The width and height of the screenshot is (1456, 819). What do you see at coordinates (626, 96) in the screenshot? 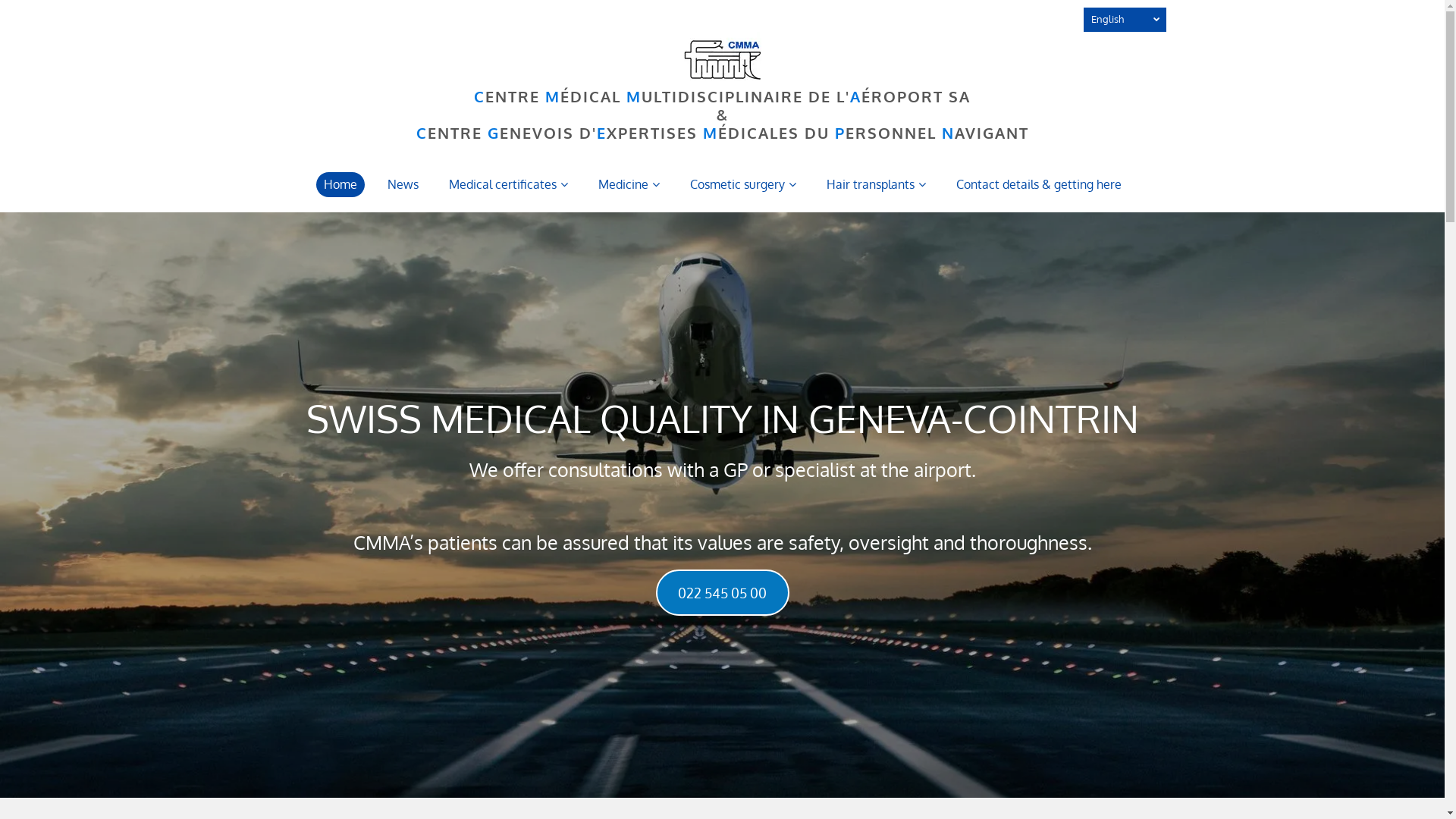
I see `'M'` at bounding box center [626, 96].